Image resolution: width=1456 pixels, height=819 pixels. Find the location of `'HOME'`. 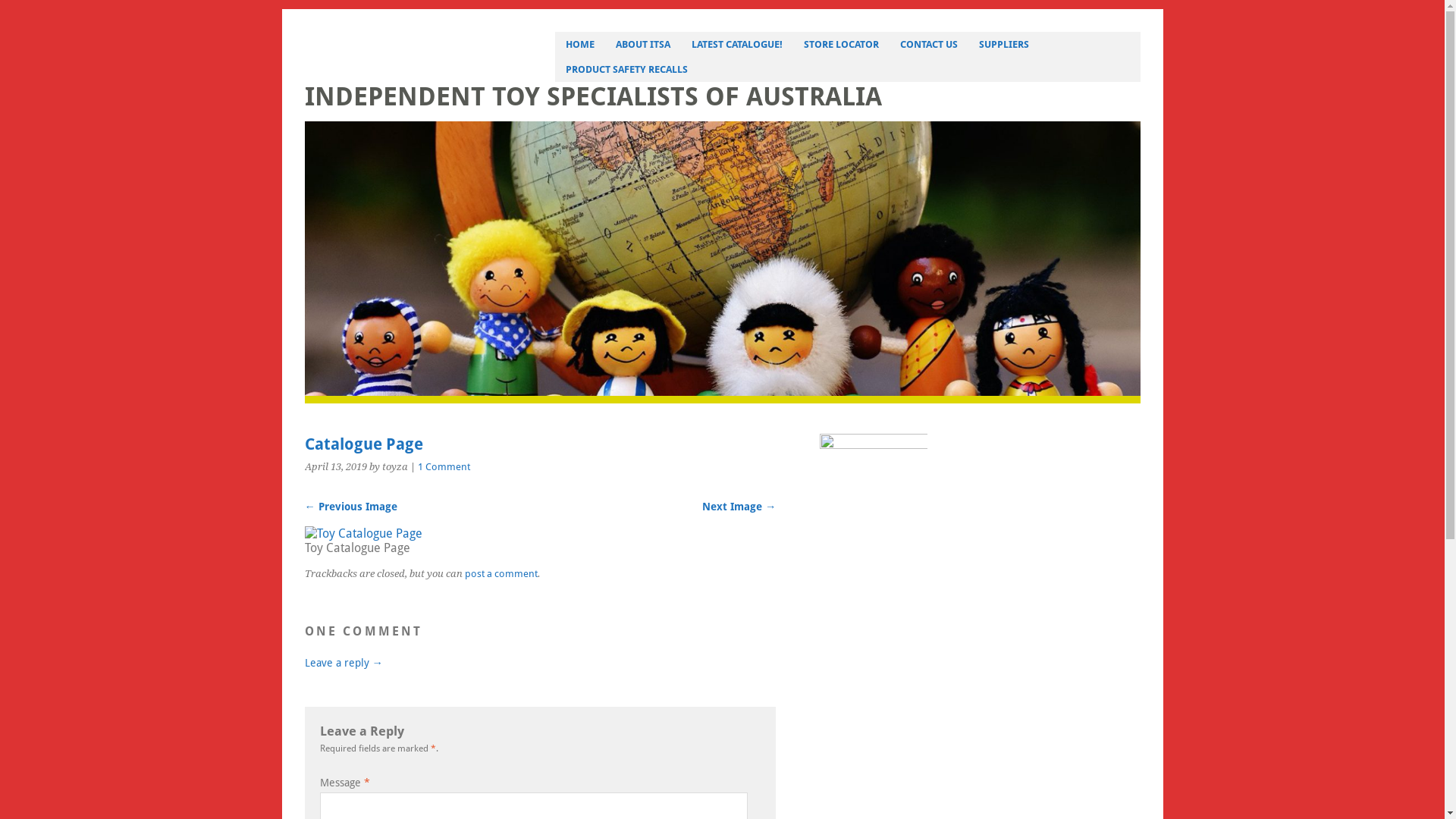

'HOME' is located at coordinates (579, 43).